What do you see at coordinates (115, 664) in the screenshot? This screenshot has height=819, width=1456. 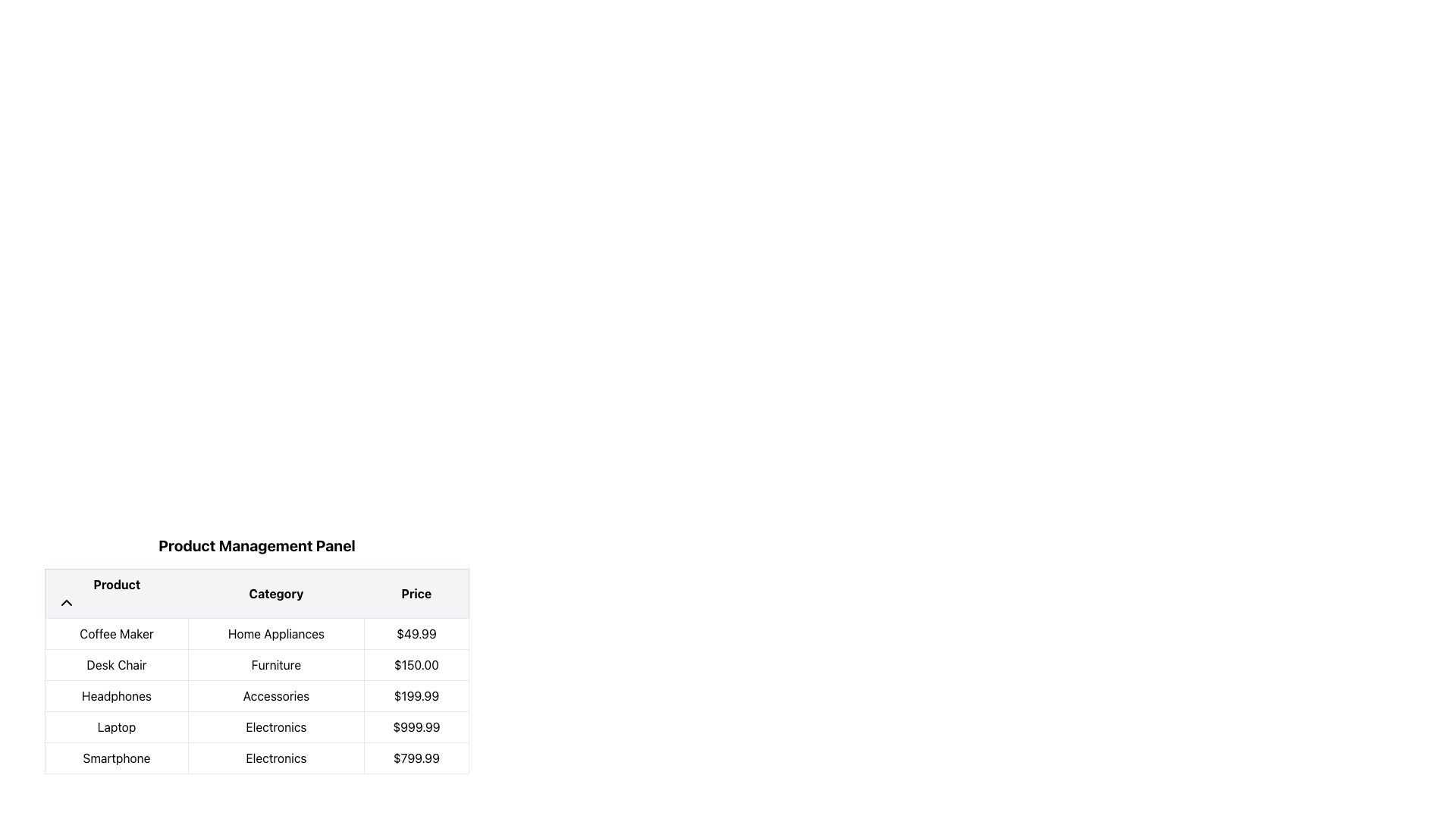 I see `text 'Desk Chair' from the text label displayed in bold within the bordered cell in the second row of the table under the 'Product' column` at bounding box center [115, 664].